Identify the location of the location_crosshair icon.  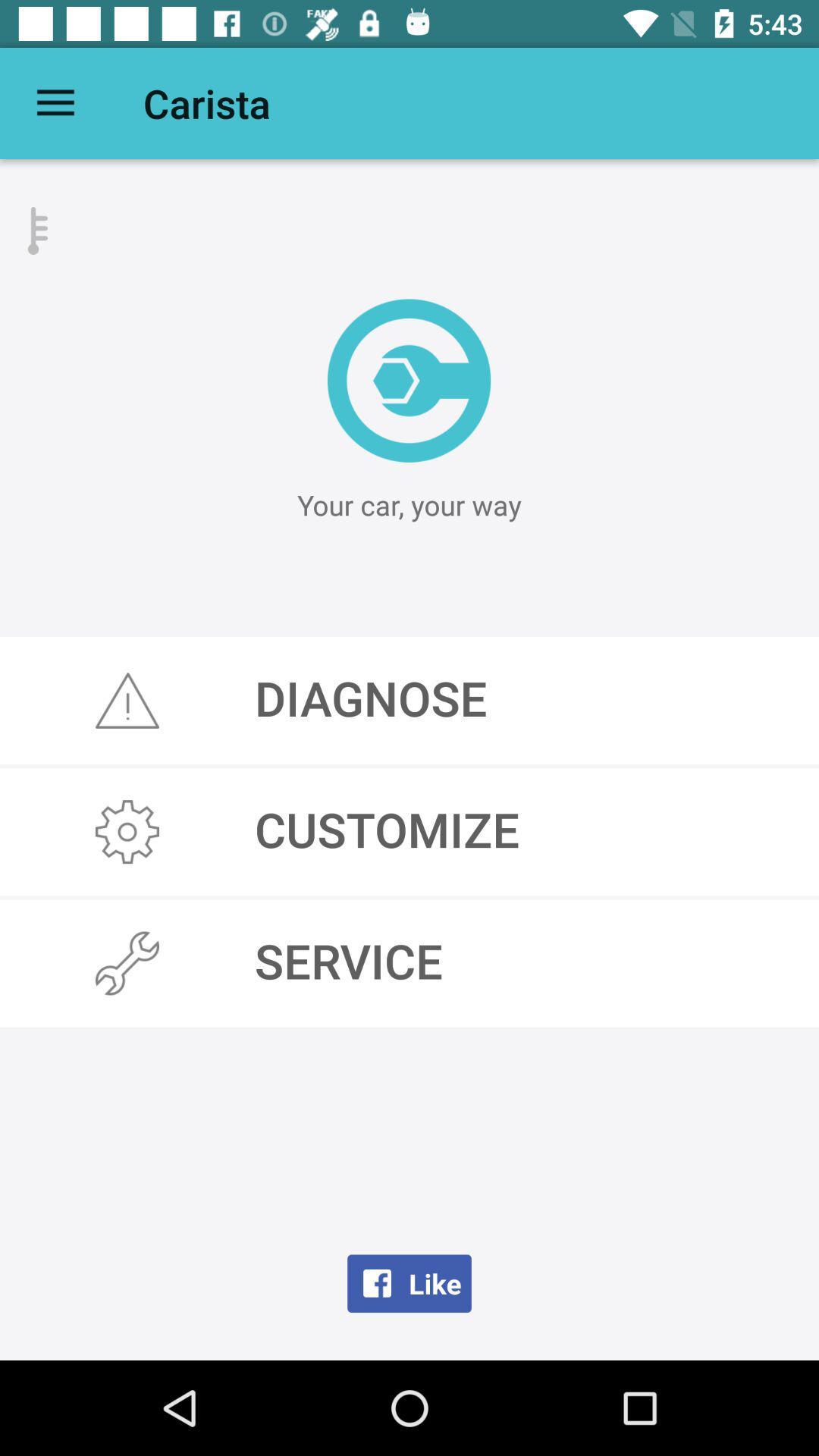
(408, 381).